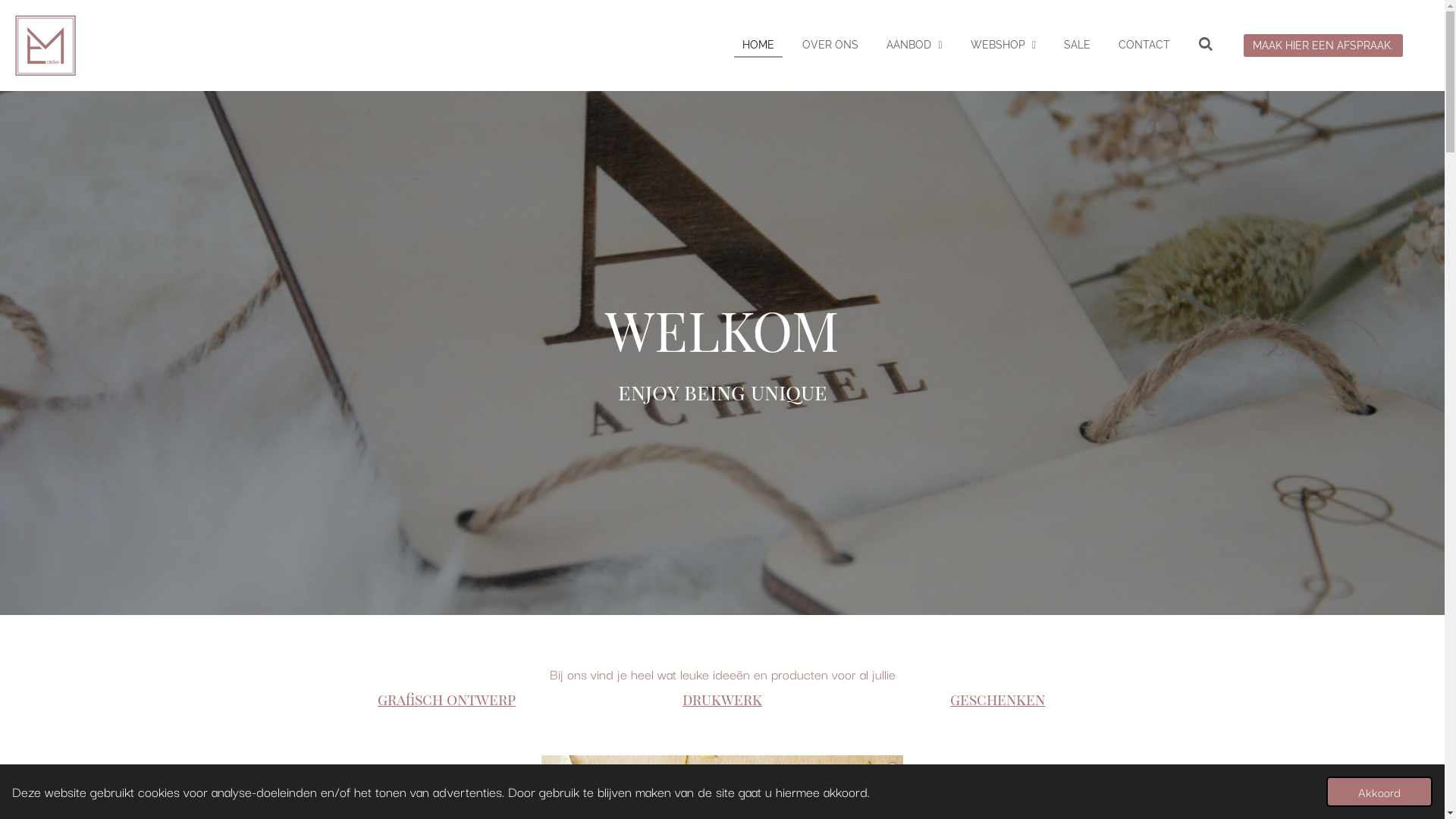 Image resolution: width=1456 pixels, height=819 pixels. What do you see at coordinates (1323, 44) in the screenshot?
I see `'MAAK HIER EEN AFSPRAAK.'` at bounding box center [1323, 44].